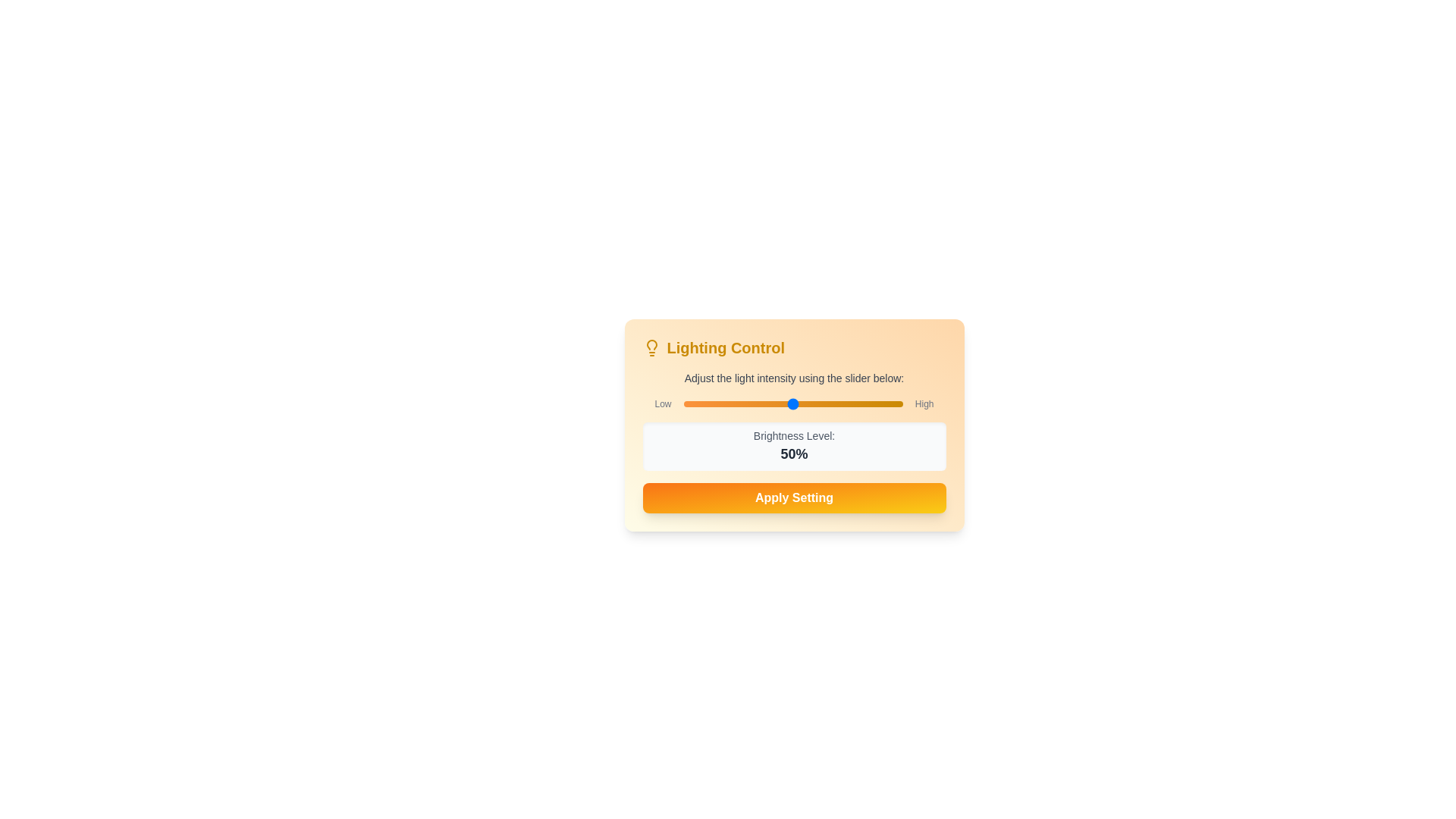 The height and width of the screenshot is (819, 1456). Describe the element at coordinates (762, 403) in the screenshot. I see `the slider` at that location.